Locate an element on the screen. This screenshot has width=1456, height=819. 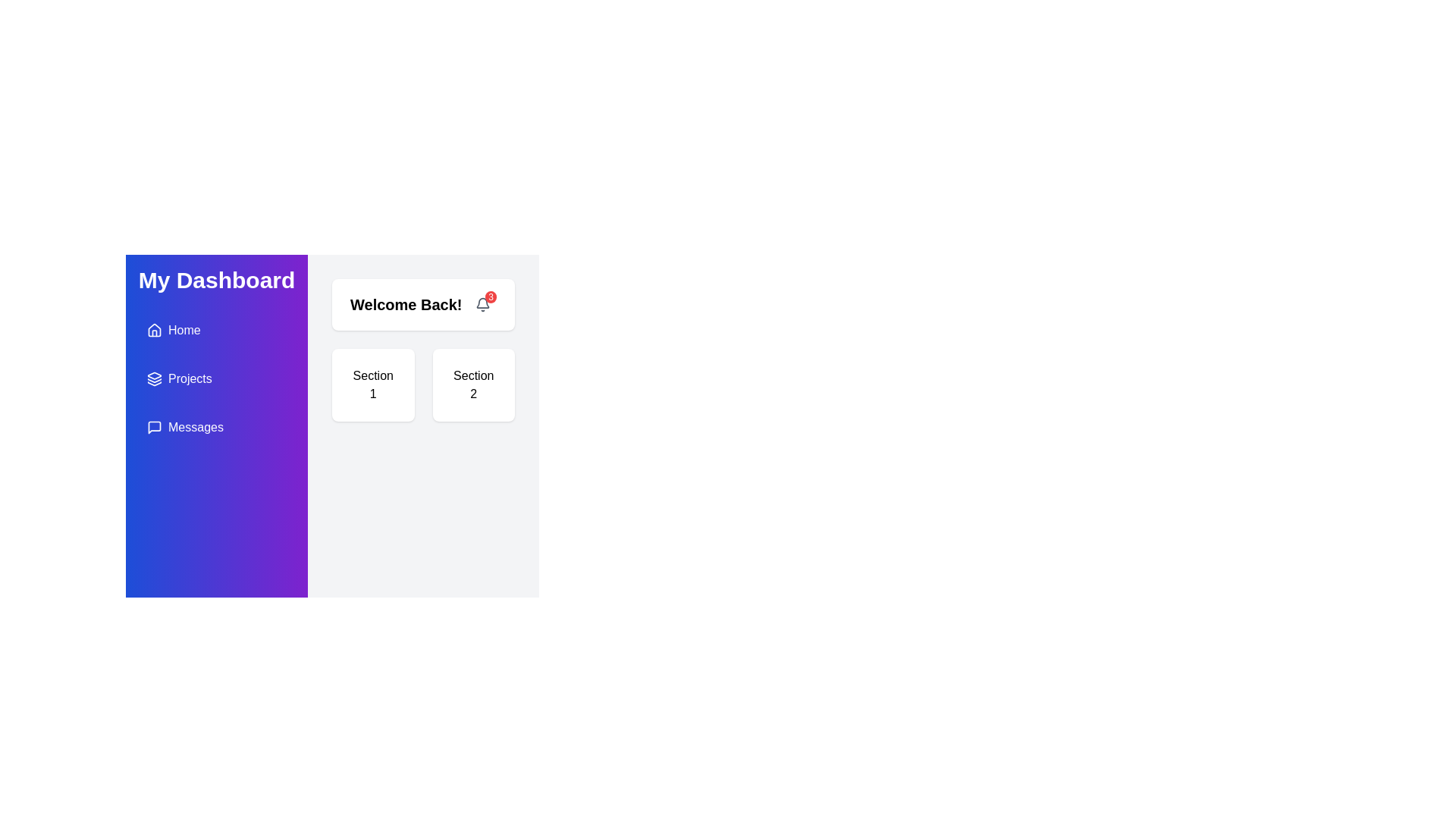
the graphical icon representing layers, which is the first of three horizontally aligned elements in the upper-right area of the layout is located at coordinates (155, 375).